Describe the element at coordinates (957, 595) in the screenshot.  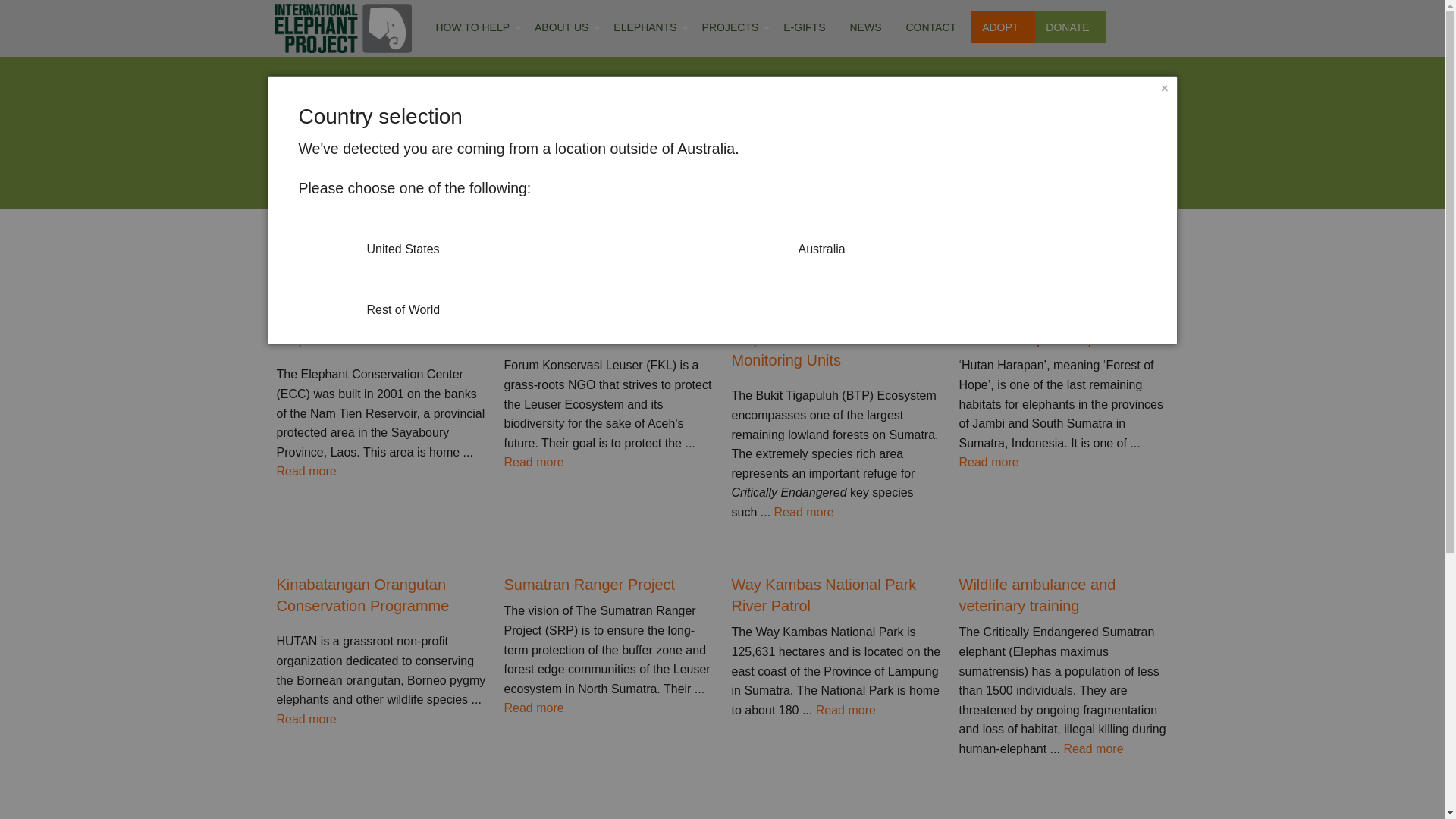
I see `'Wildlife ambulance and veterinary training'` at that location.